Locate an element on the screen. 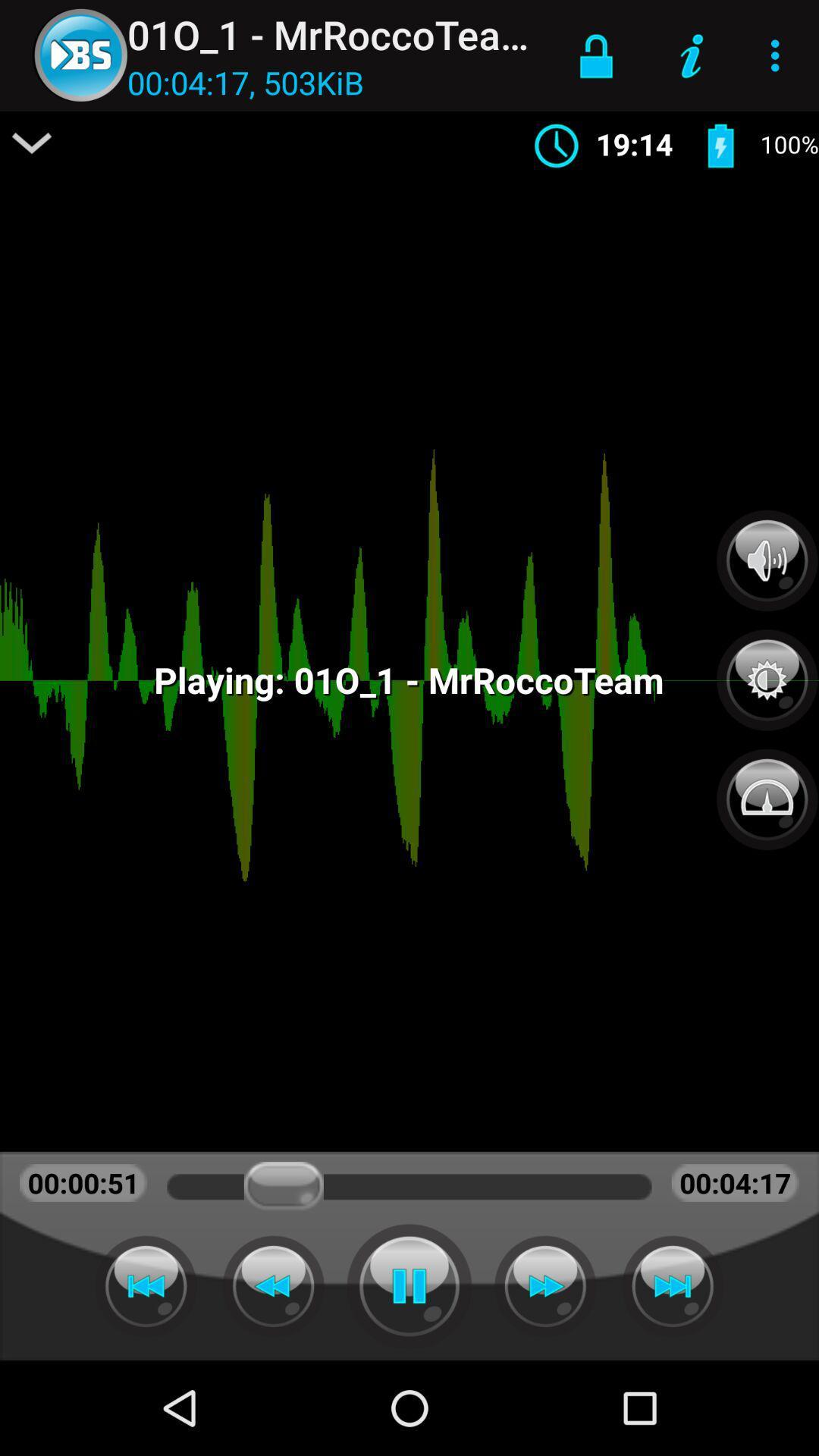 This screenshot has width=819, height=1456. fast forward is located at coordinates (544, 1285).